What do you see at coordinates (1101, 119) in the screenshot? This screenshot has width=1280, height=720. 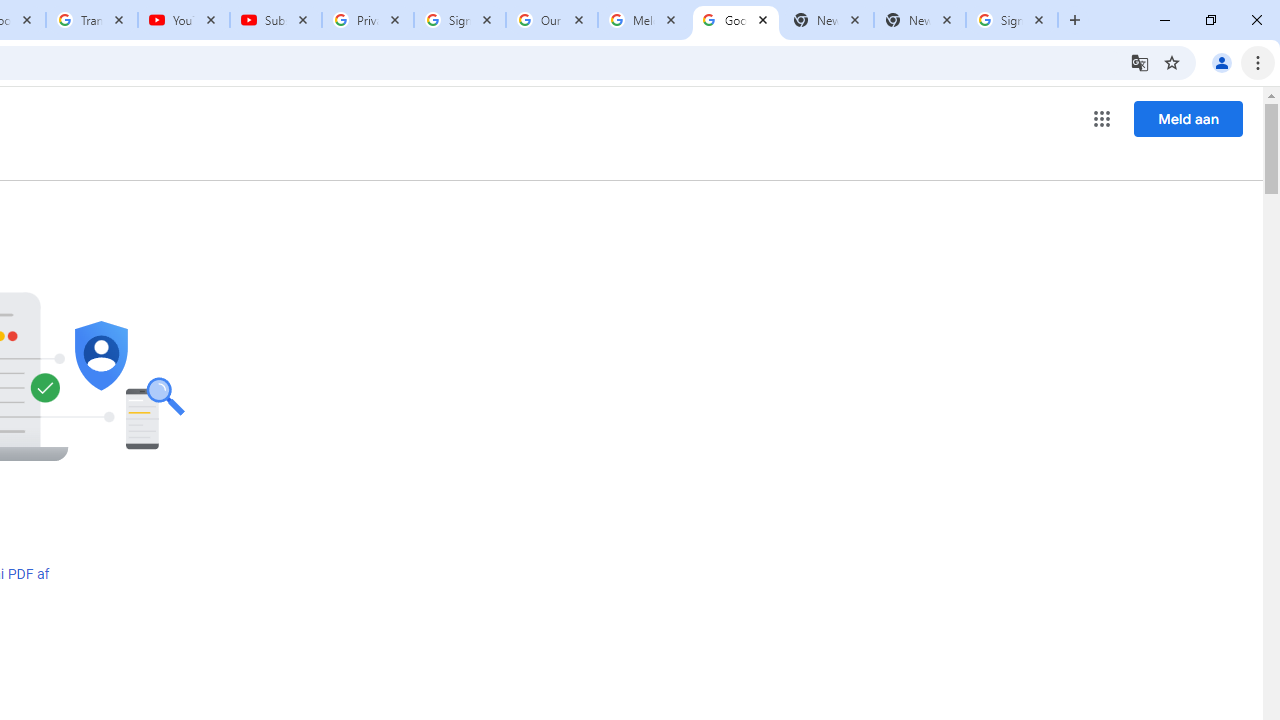 I see `'Google-programme'` at bounding box center [1101, 119].